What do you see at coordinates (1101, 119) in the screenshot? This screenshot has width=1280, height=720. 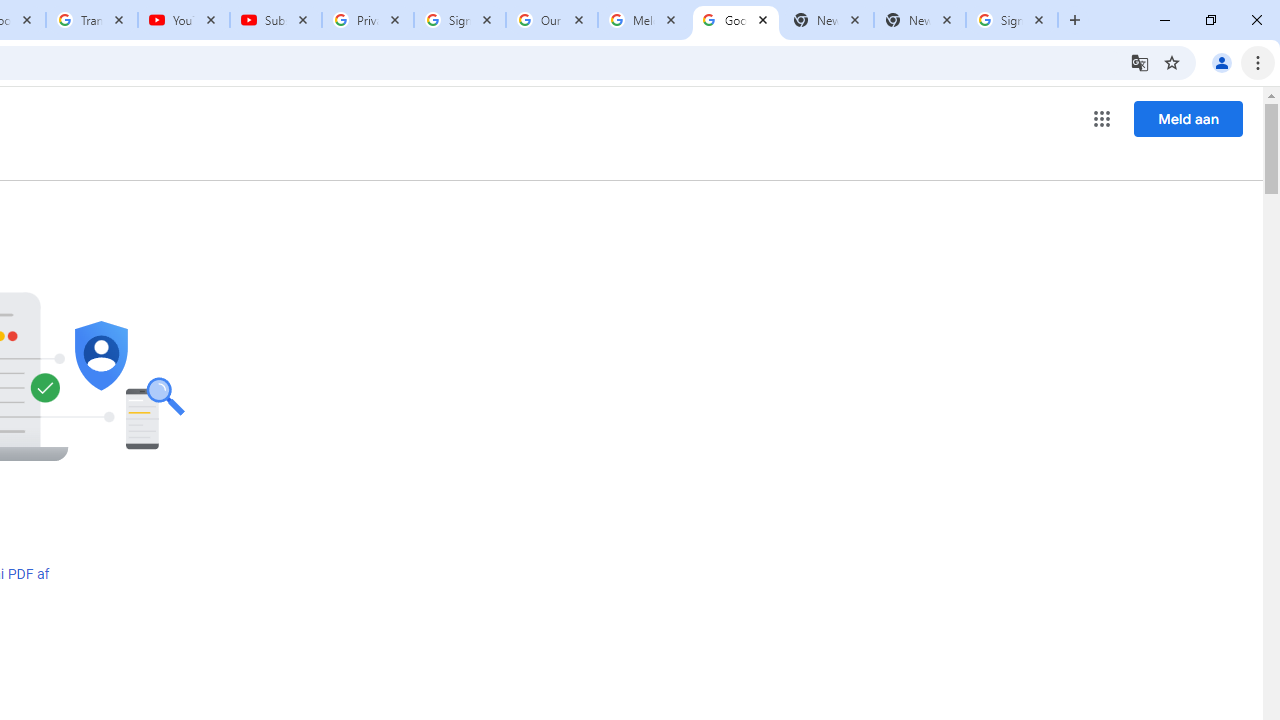 I see `'Google-programme'` at bounding box center [1101, 119].